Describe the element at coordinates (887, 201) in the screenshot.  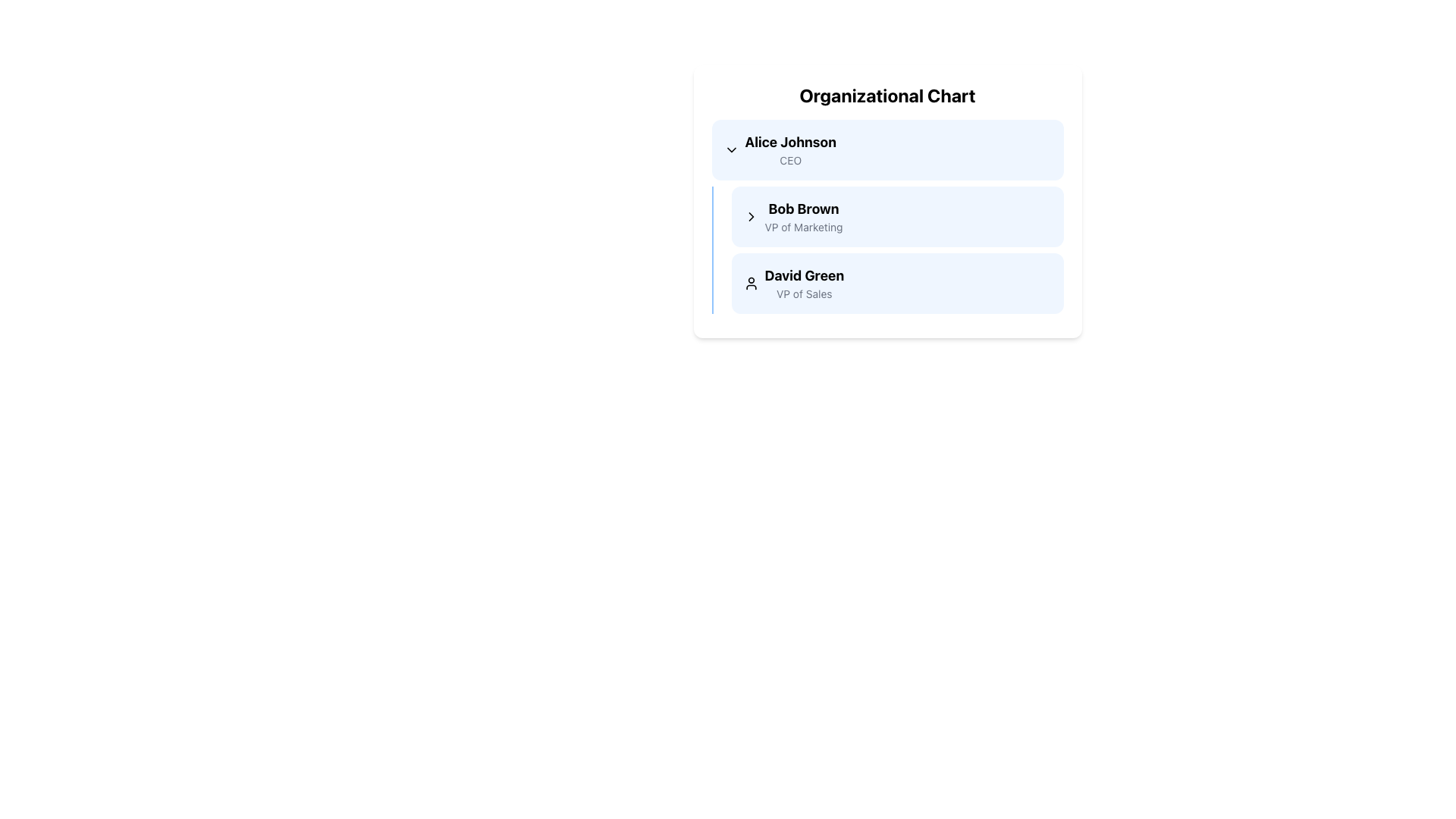
I see `the card presenting details about 'Bob Brown', the second card in the organizational chart, located between 'Alice Johnson' and 'David Green'` at that location.